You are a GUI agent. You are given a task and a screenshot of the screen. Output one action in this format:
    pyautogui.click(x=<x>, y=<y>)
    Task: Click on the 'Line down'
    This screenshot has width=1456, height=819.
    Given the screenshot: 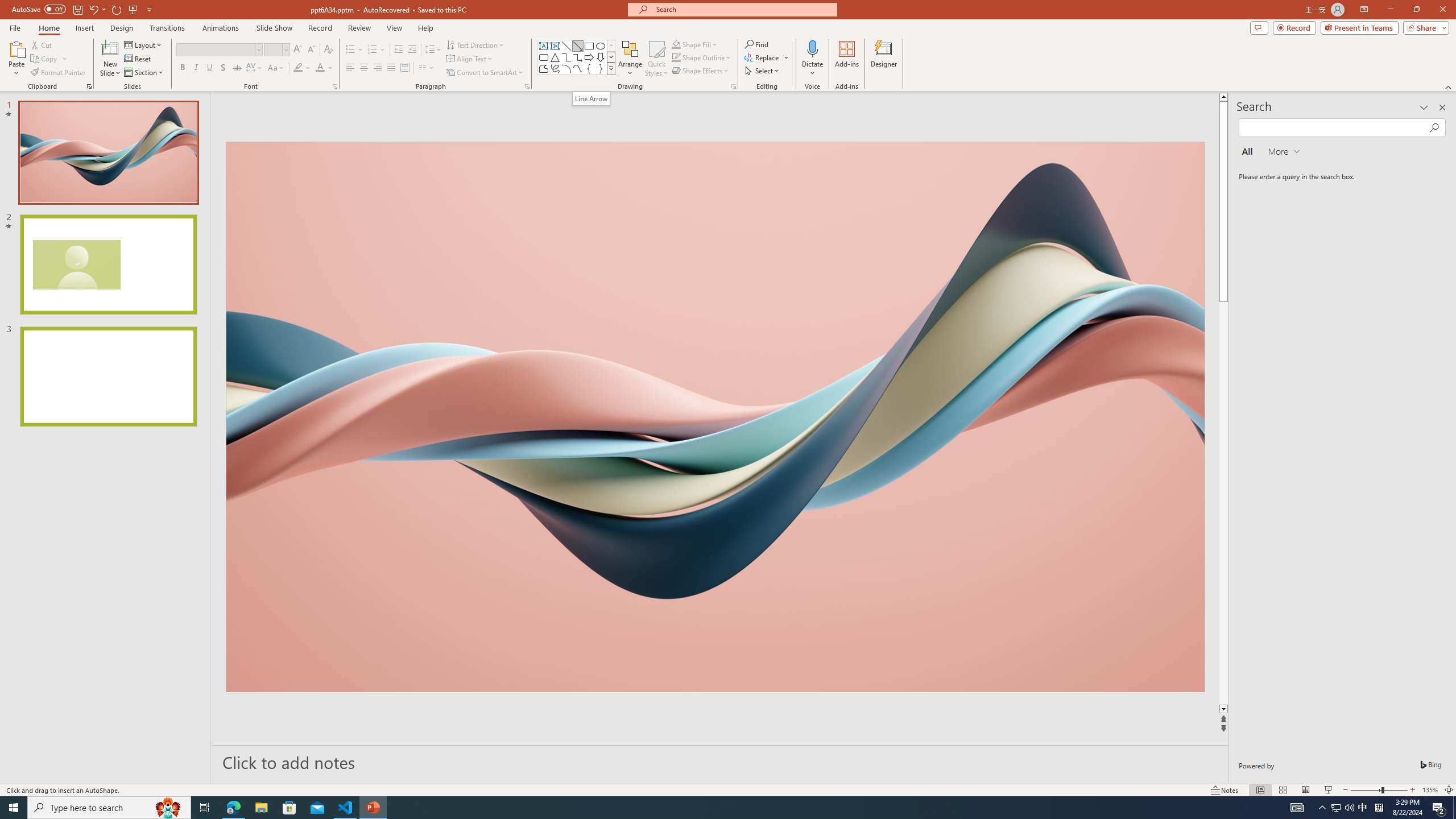 What is the action you would take?
    pyautogui.click(x=1223, y=709)
    